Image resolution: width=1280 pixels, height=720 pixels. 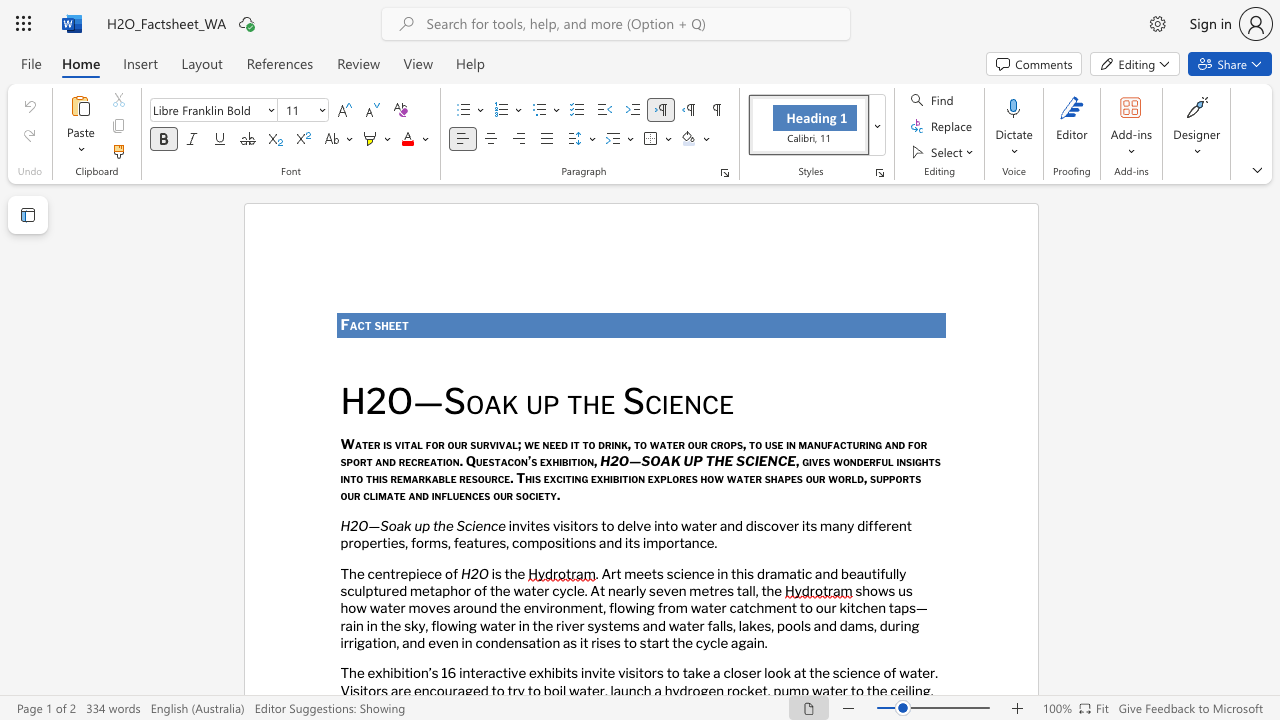 What do you see at coordinates (635, 524) in the screenshot?
I see `the subset text "ve into water and discover its many diffe" within the text "invites visitors to delve into water and discover its many different properties, forms, features,"` at bounding box center [635, 524].